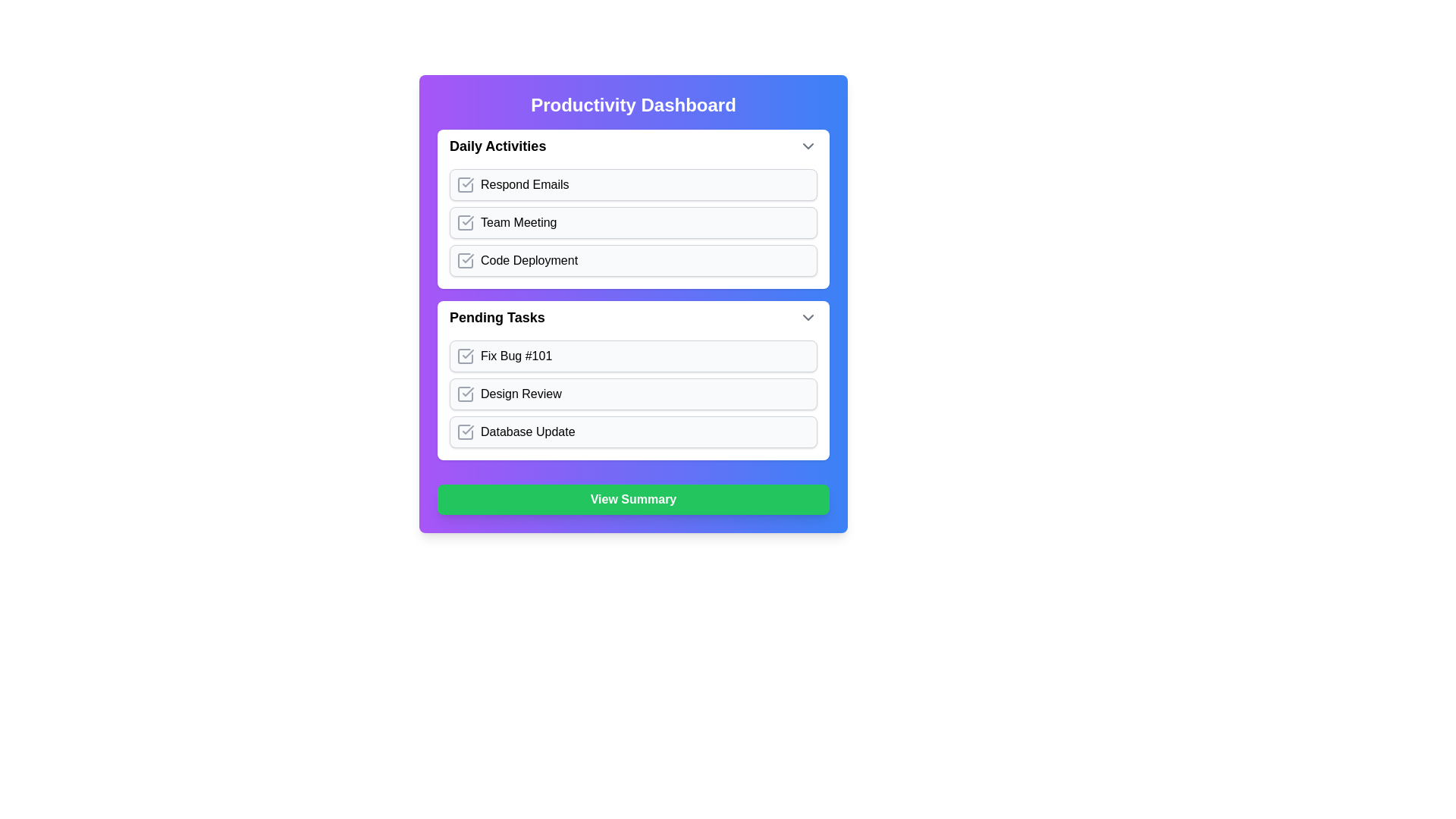 The height and width of the screenshot is (819, 1456). What do you see at coordinates (465, 259) in the screenshot?
I see `the completion status icon representing the 'Code Deployment' item` at bounding box center [465, 259].